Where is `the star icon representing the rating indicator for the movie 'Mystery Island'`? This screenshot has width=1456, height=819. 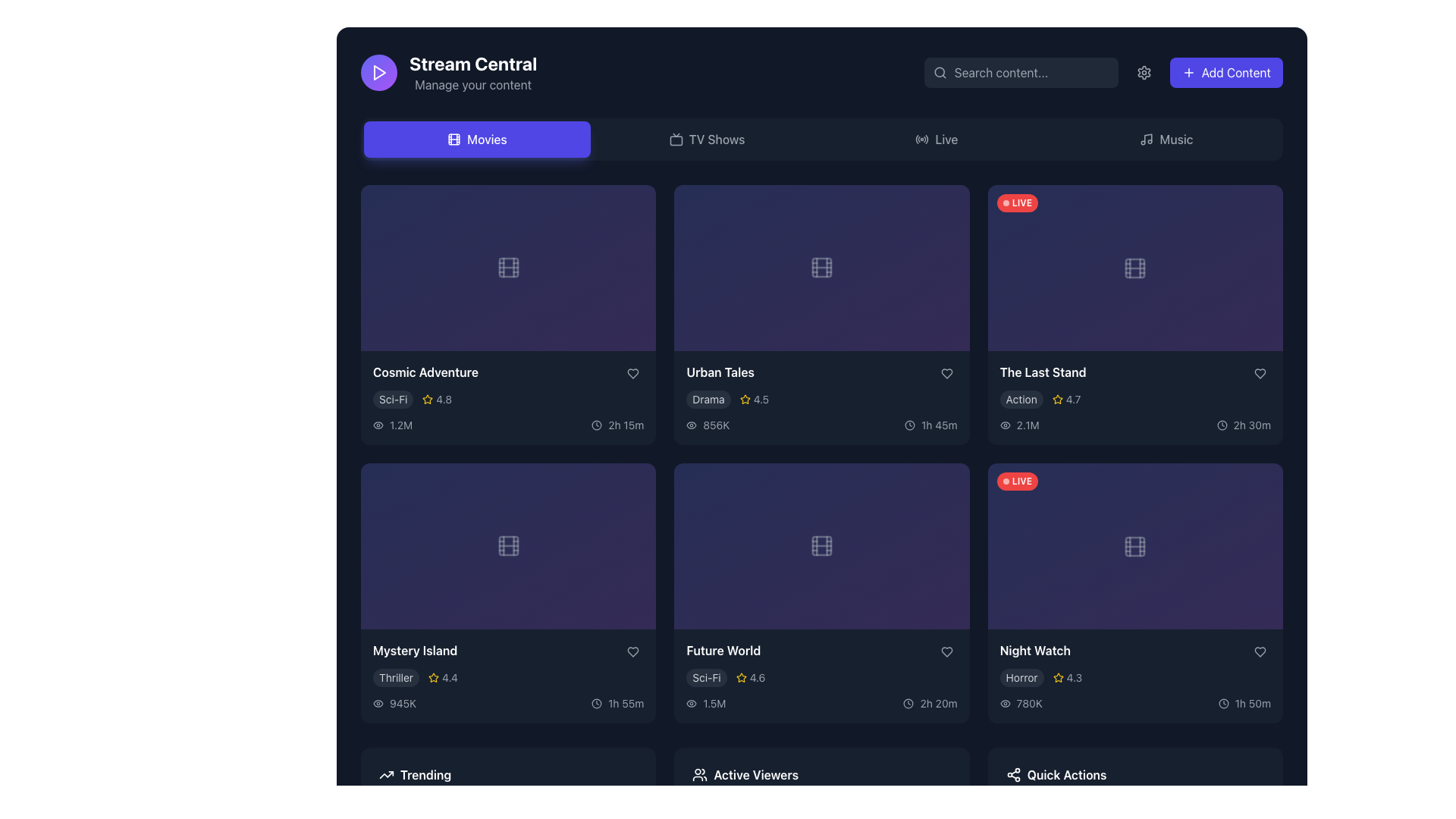 the star icon representing the rating indicator for the movie 'Mystery Island' is located at coordinates (427, 398).